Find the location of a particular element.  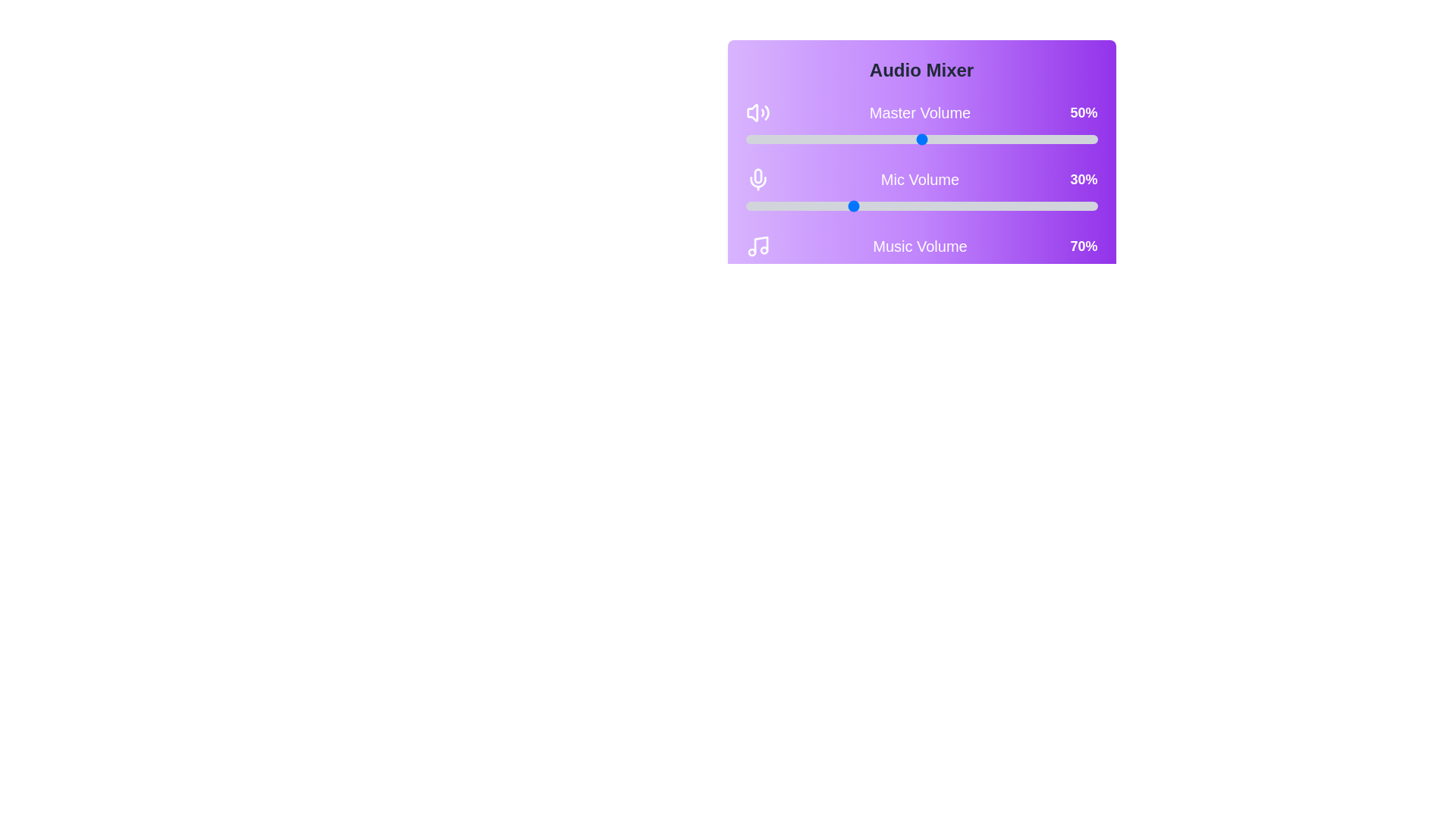

the microphone volume level is located at coordinates (1082, 206).